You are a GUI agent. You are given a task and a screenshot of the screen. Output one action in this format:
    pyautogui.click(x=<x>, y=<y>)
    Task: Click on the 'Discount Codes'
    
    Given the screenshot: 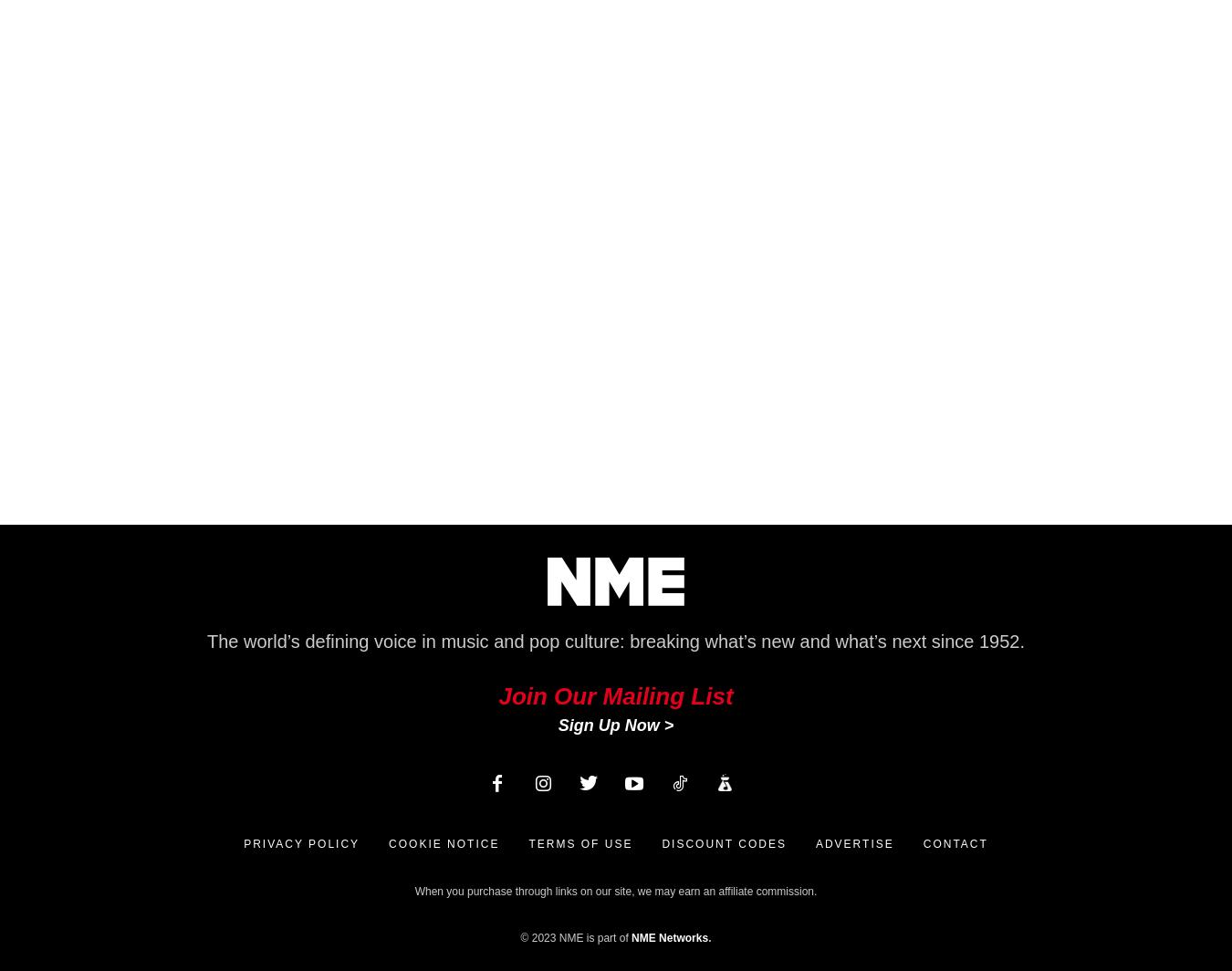 What is the action you would take?
    pyautogui.click(x=660, y=844)
    